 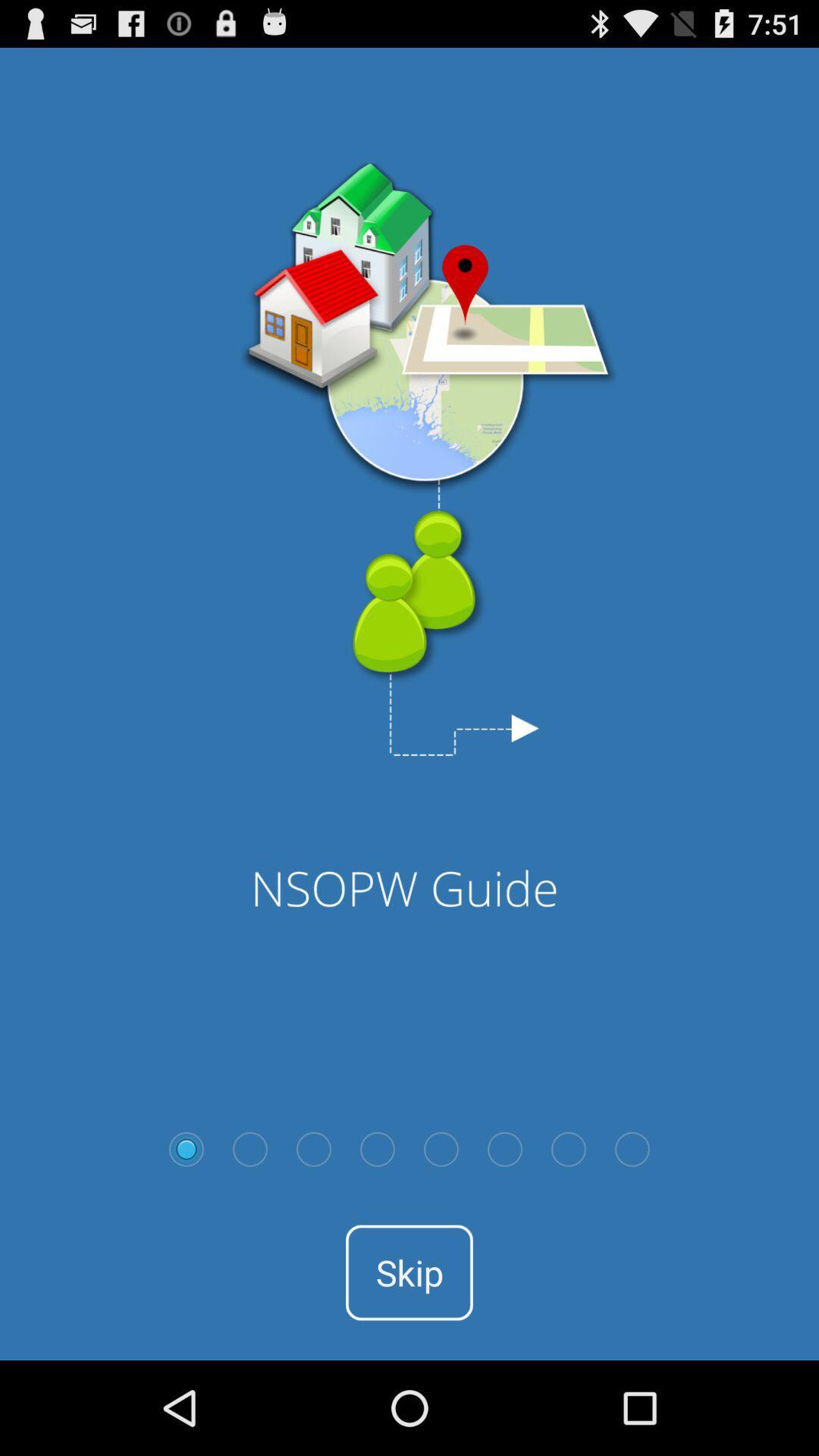 What do you see at coordinates (249, 1149) in the screenshot?
I see `takes me to the next page` at bounding box center [249, 1149].